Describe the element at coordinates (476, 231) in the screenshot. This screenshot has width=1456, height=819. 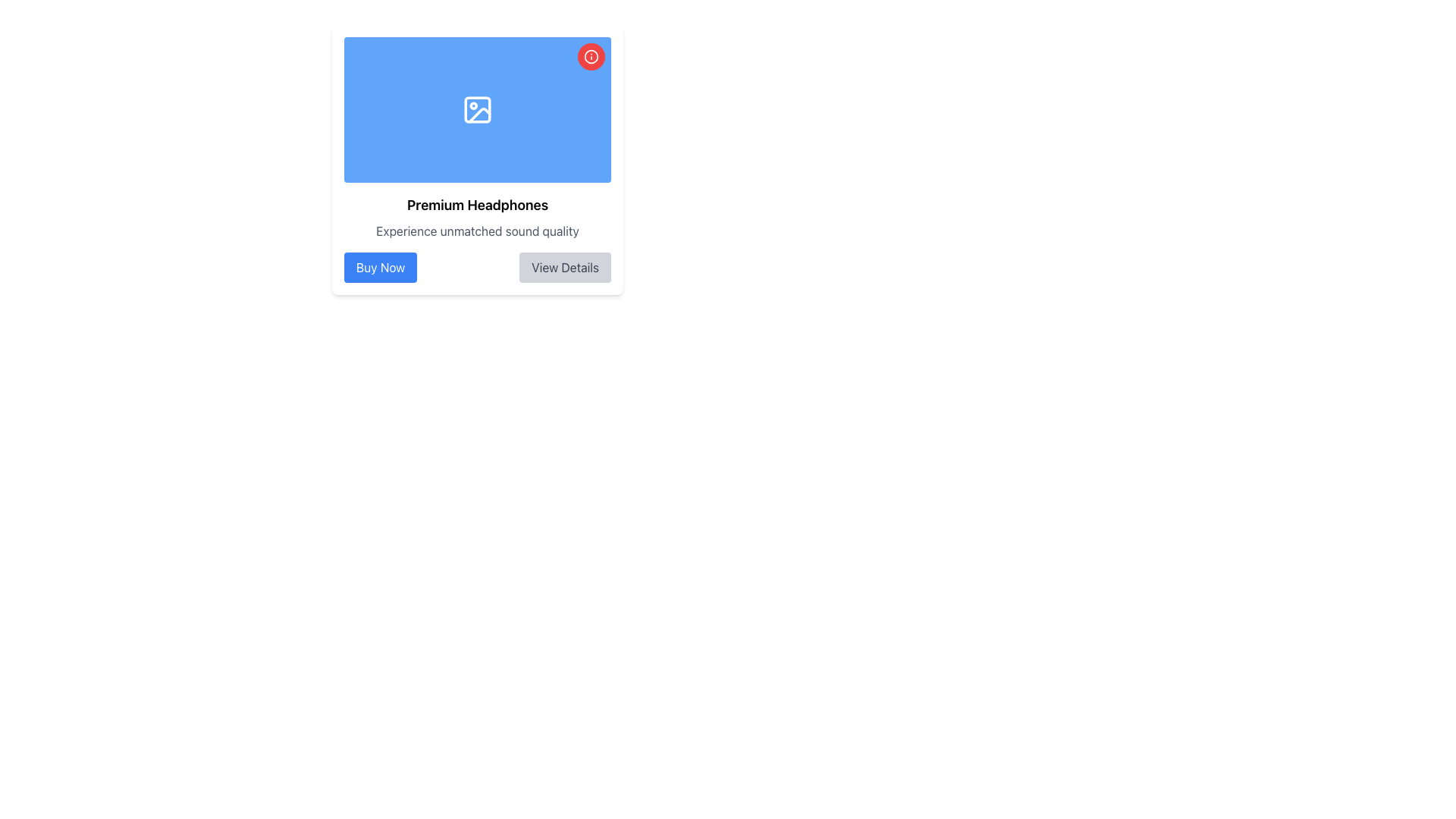
I see `the text element that says 'Experience unmatched sound quality', which is styled in gray and positioned below the 'Premium Headphones' heading` at that location.